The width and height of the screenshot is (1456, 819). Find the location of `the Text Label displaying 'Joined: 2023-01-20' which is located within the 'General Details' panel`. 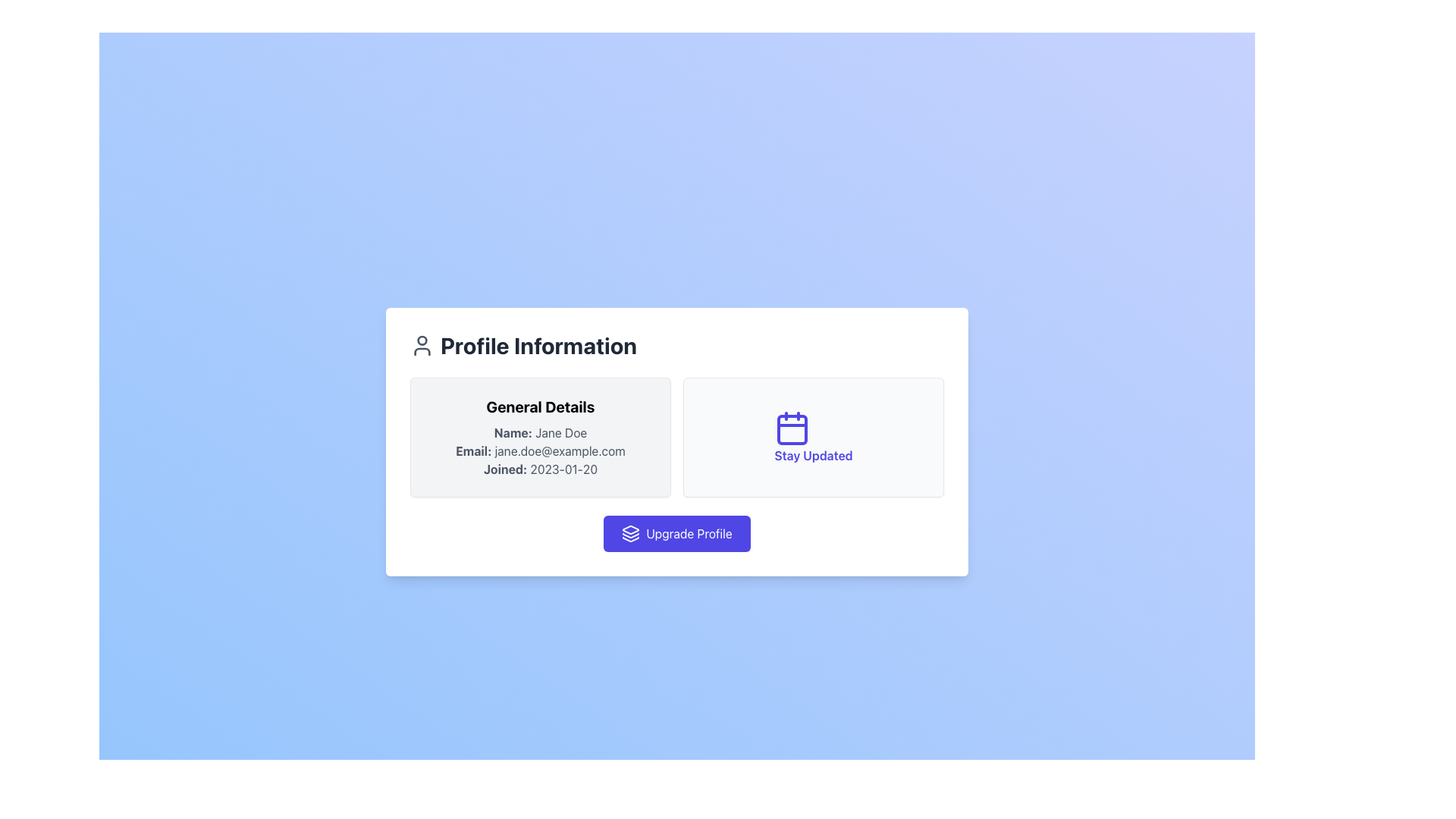

the Text Label displaying 'Joined: 2023-01-20' which is located within the 'General Details' panel is located at coordinates (541, 468).